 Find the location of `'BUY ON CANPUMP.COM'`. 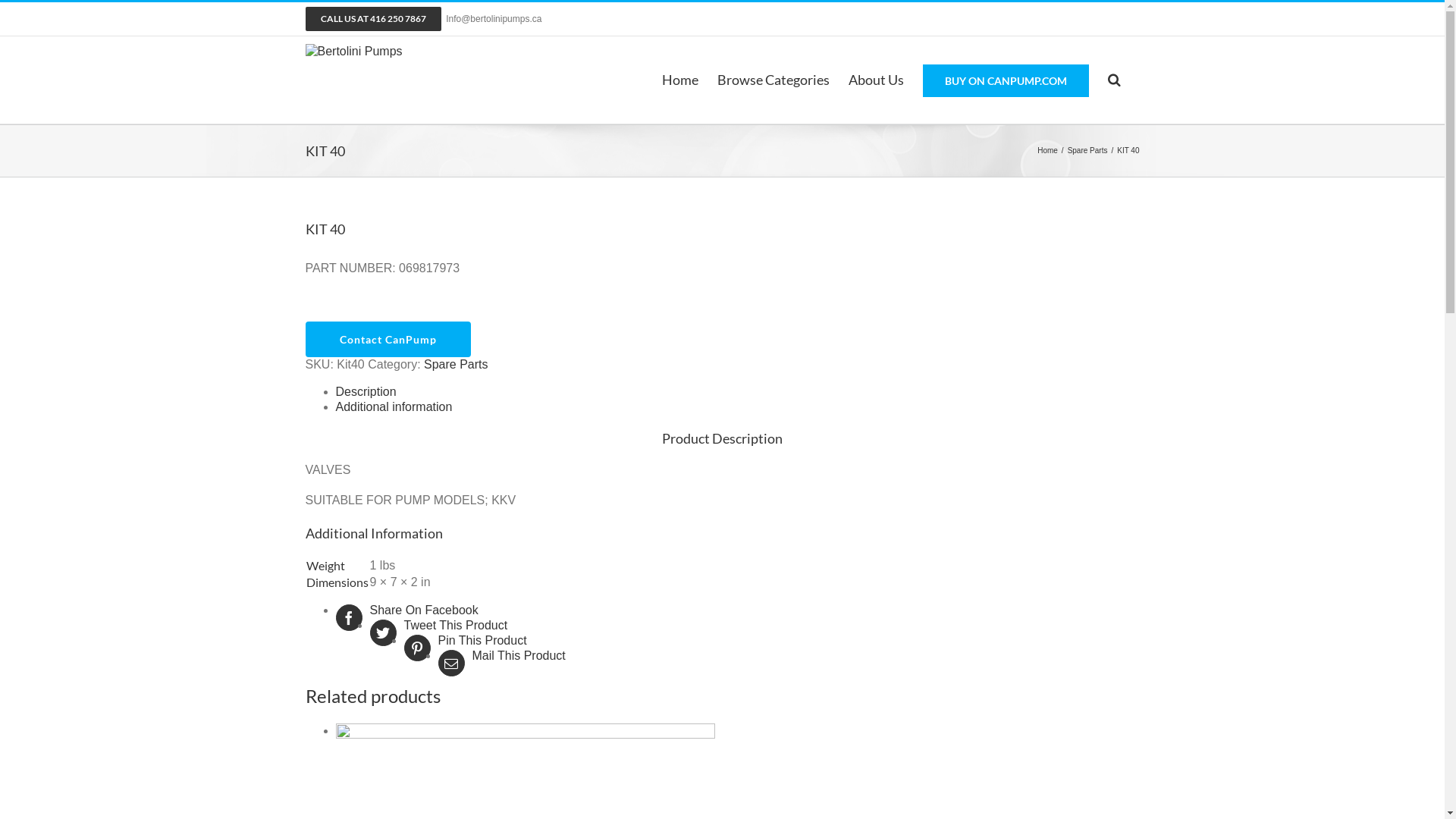

'BUY ON CANPUMP.COM' is located at coordinates (1005, 80).